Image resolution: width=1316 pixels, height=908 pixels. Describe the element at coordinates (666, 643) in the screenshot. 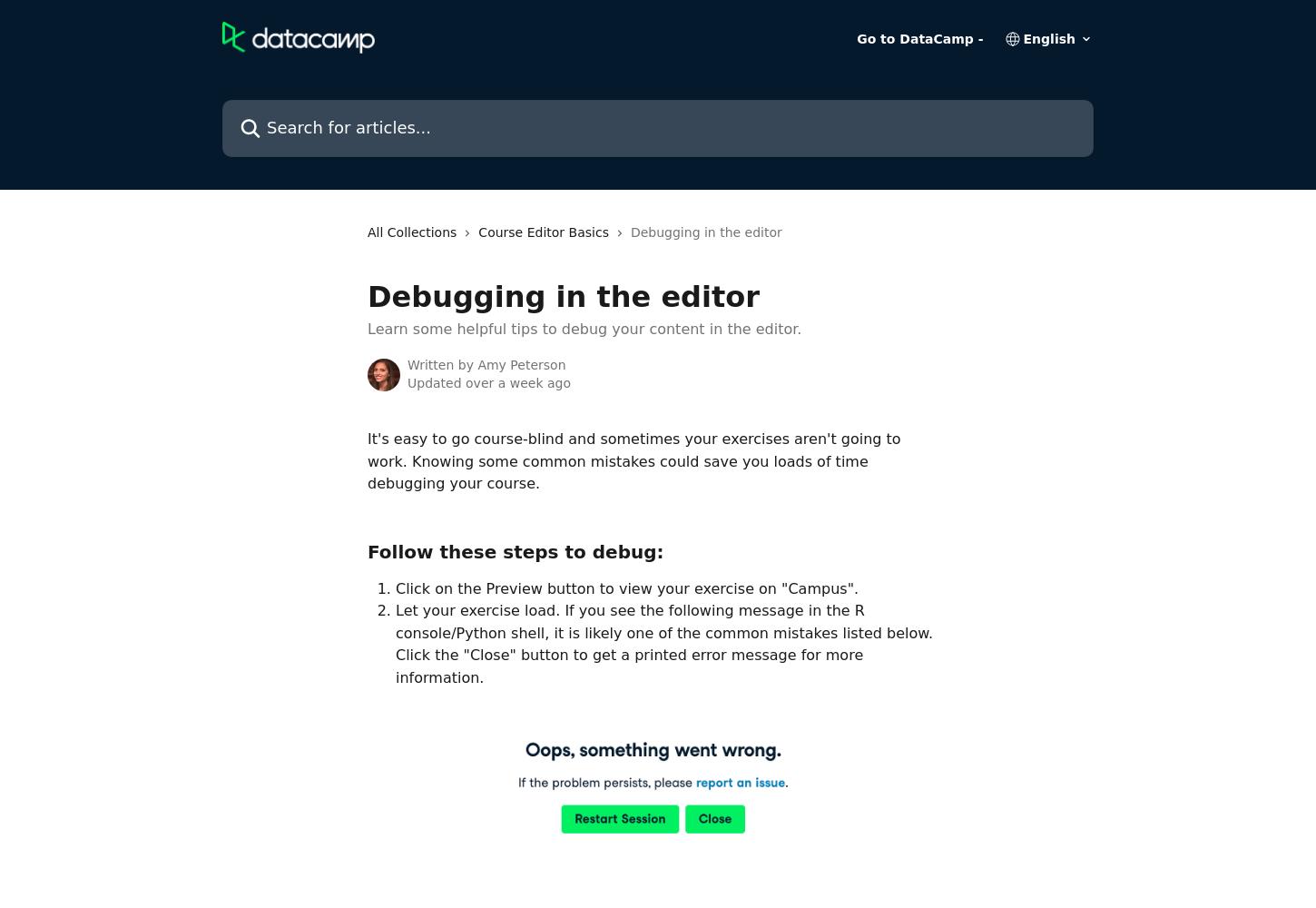

I see `'Let your exercise load. If you see the following message in the R console/Python shell, it is likely one of the common mistakes listed below. Click the "Close" button to get a printed error message for more information.'` at that location.